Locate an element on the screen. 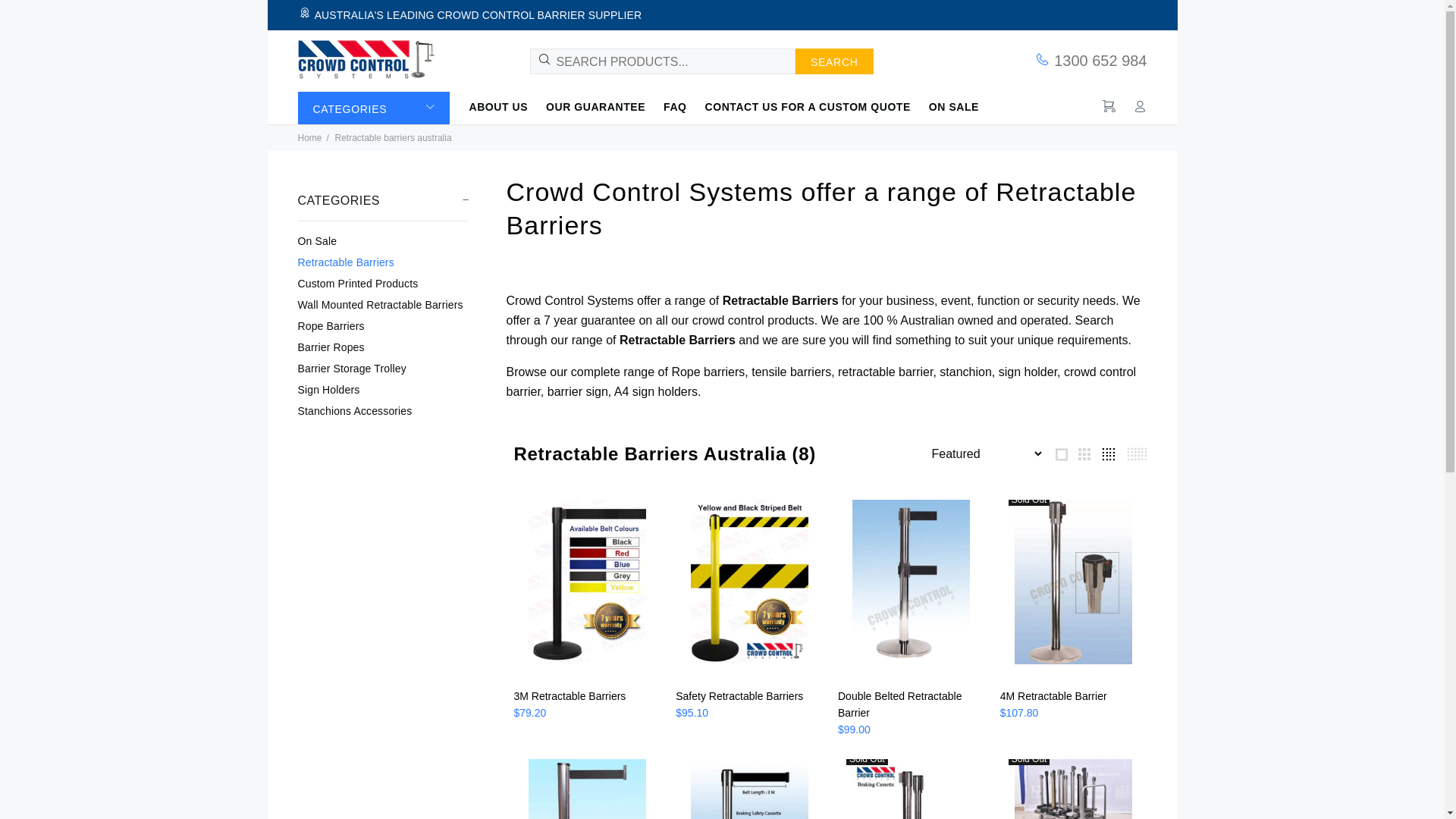 The image size is (1456, 819). 'FAQ' is located at coordinates (654, 105).